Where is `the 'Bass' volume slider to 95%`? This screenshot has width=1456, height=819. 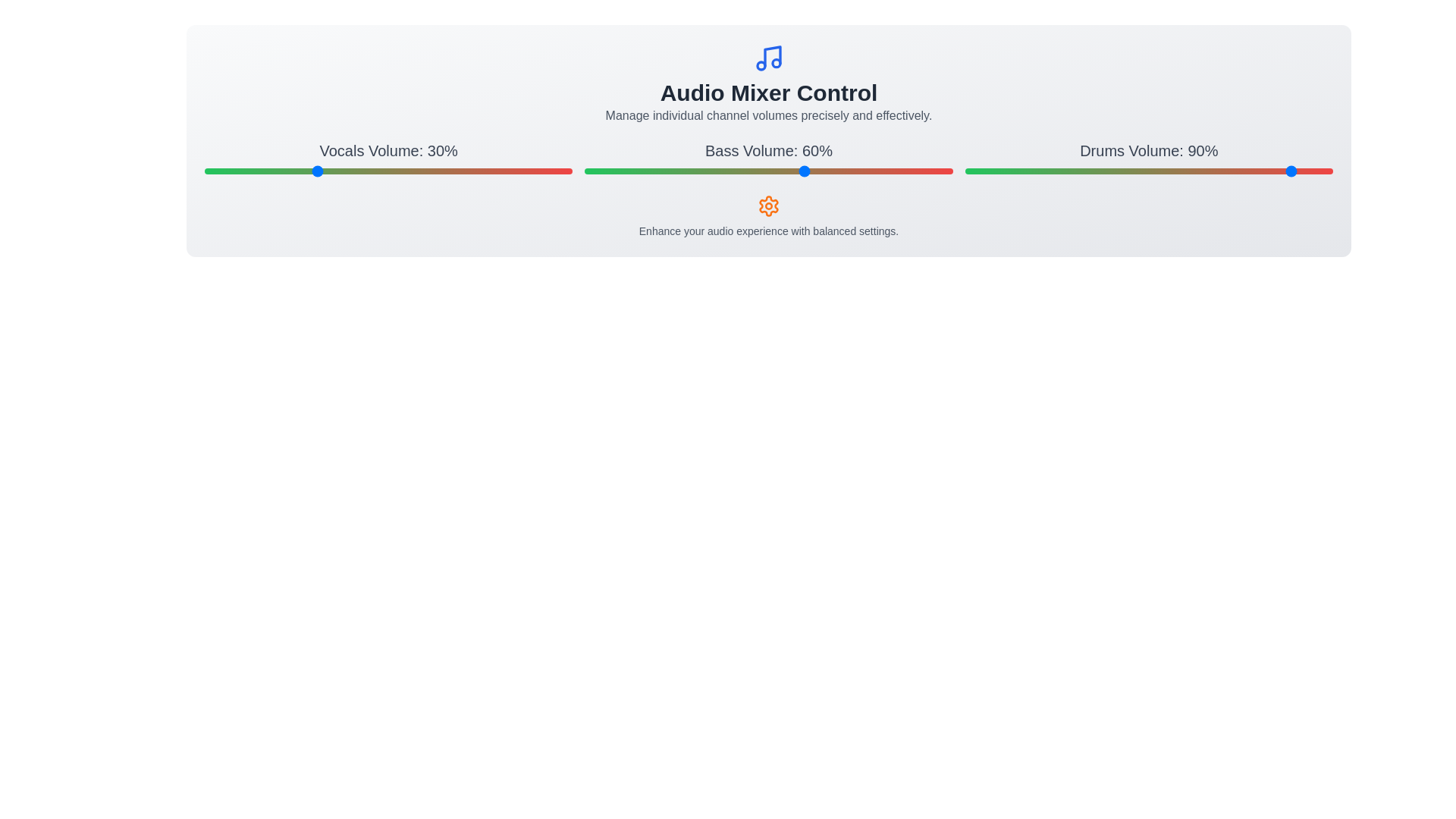 the 'Bass' volume slider to 95% is located at coordinates (934, 171).